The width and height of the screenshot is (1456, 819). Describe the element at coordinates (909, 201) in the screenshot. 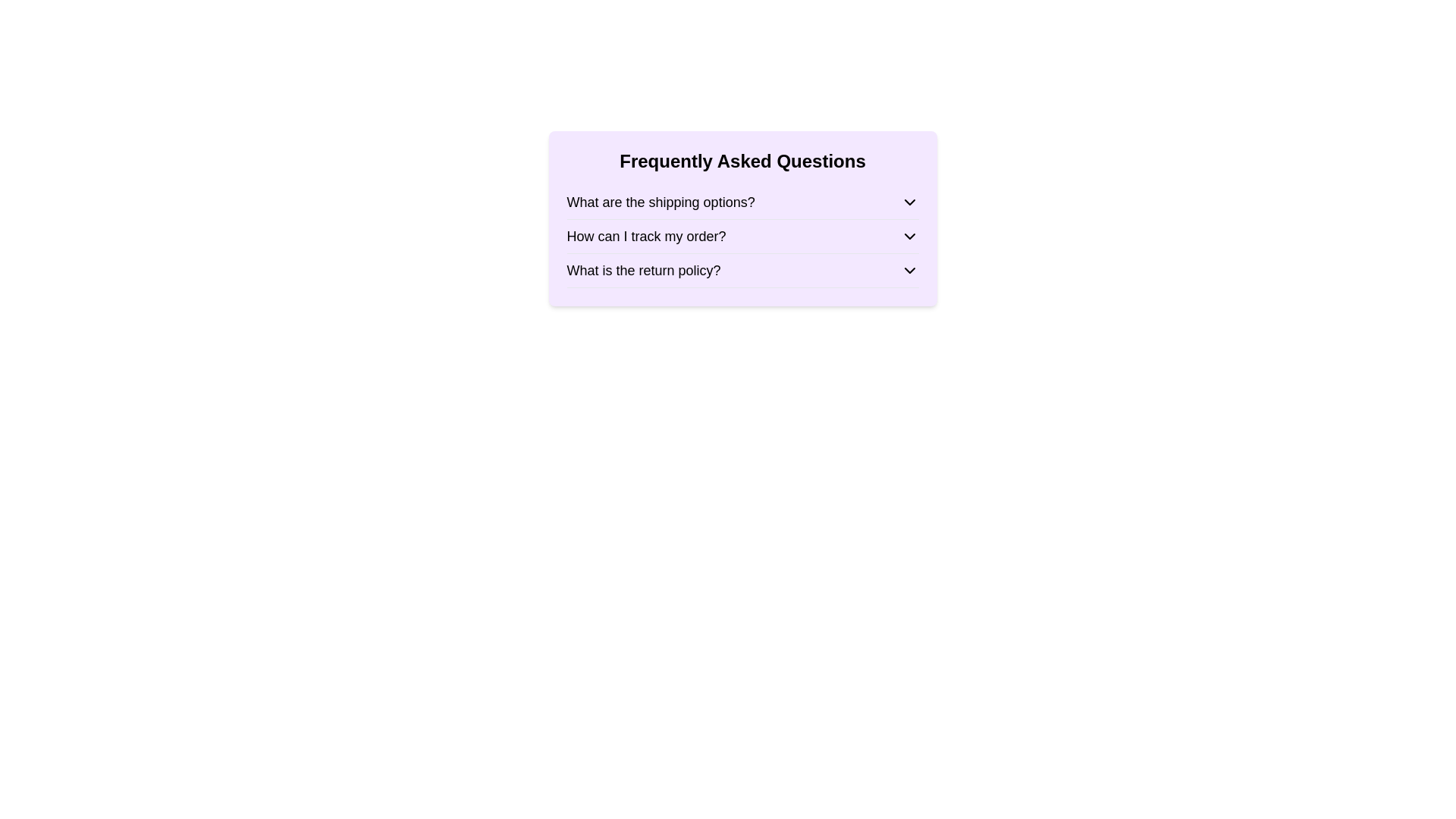

I see `the Chevron indicator icon on the far-right side of the row labeled 'What are the shipping options?'` at that location.